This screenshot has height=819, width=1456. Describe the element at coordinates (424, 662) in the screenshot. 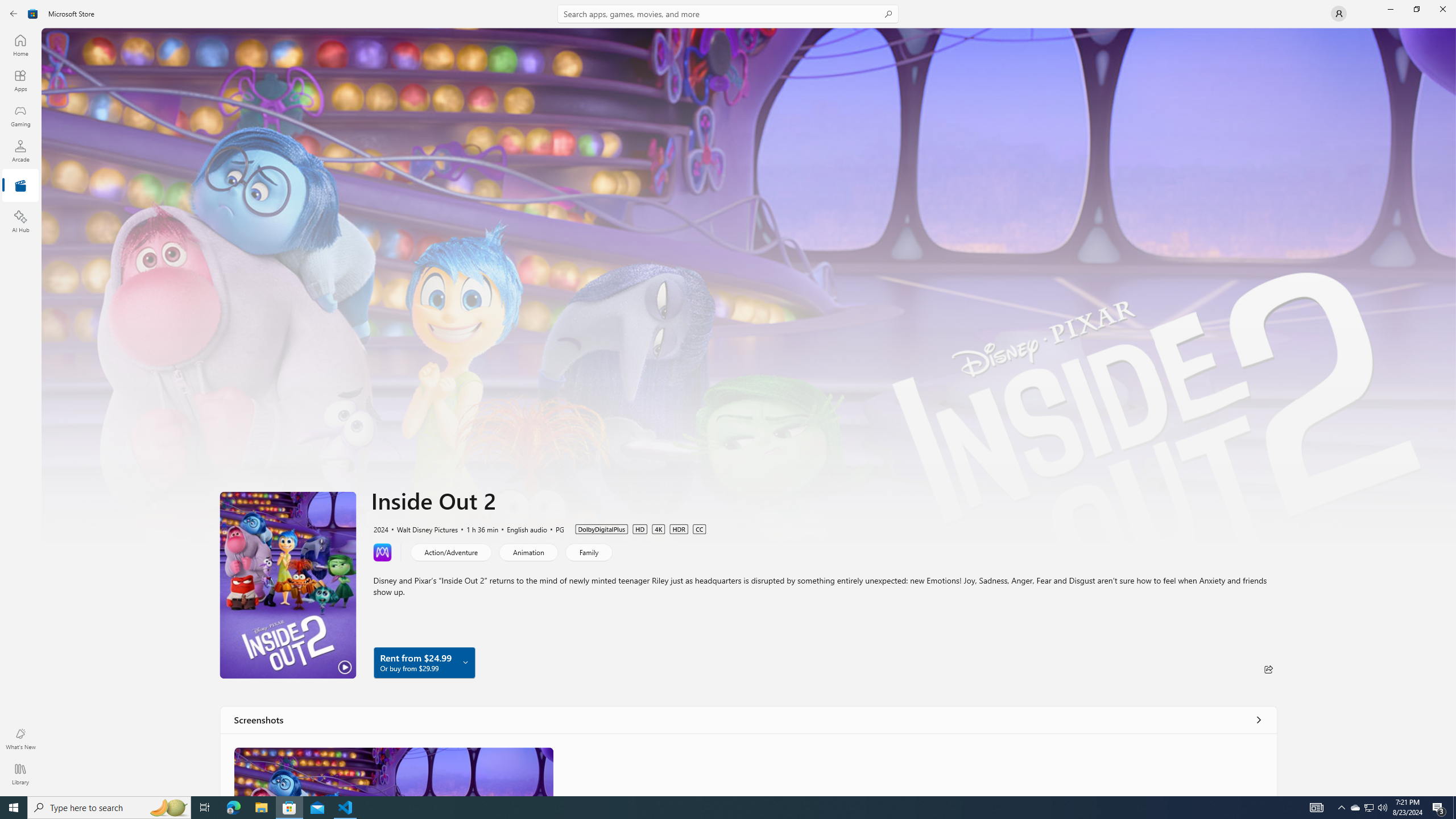

I see `'Rent from $24.99 Or buy from $29.99'` at that location.